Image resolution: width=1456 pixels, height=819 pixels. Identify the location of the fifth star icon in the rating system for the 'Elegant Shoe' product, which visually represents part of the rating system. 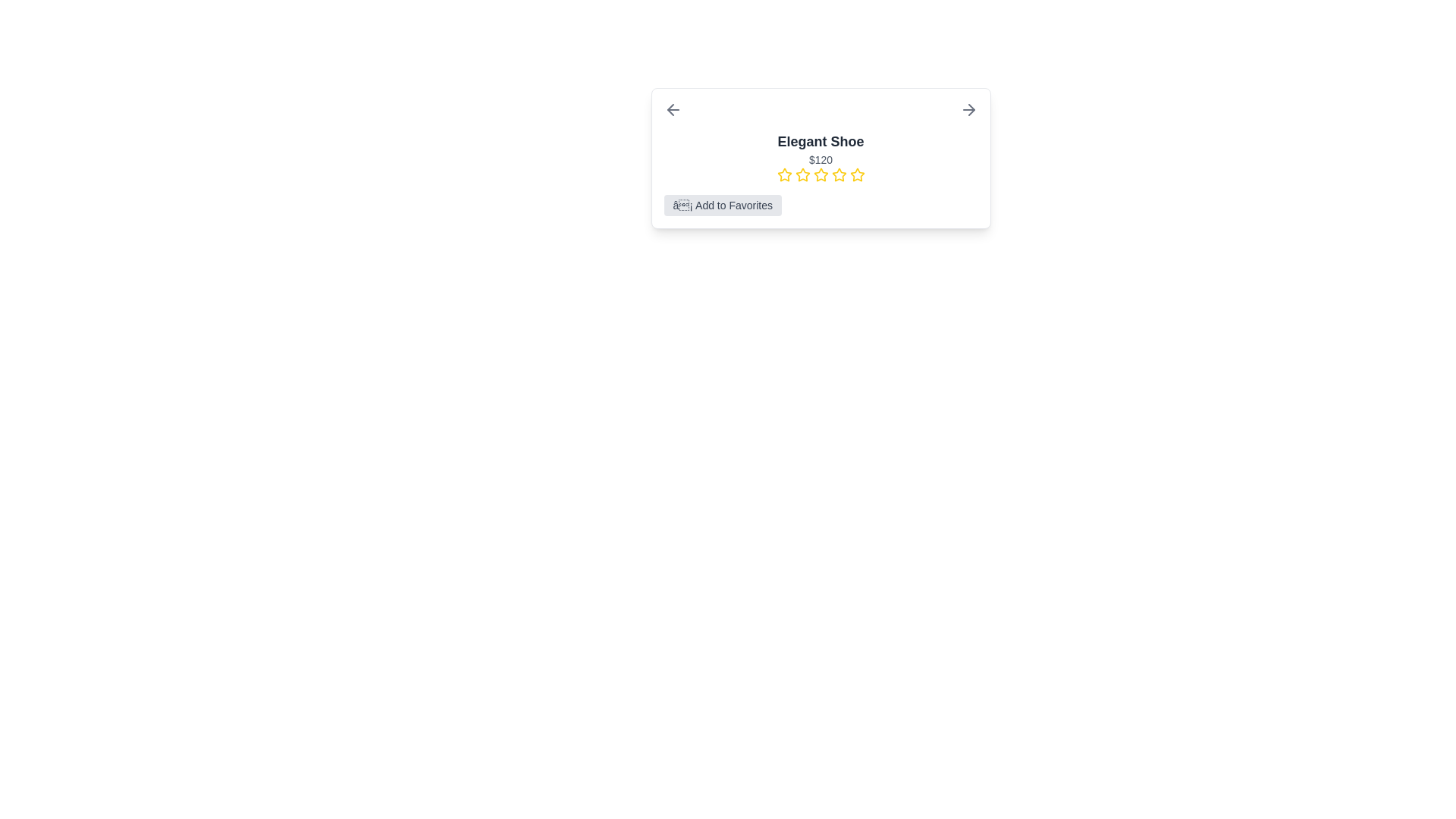
(838, 174).